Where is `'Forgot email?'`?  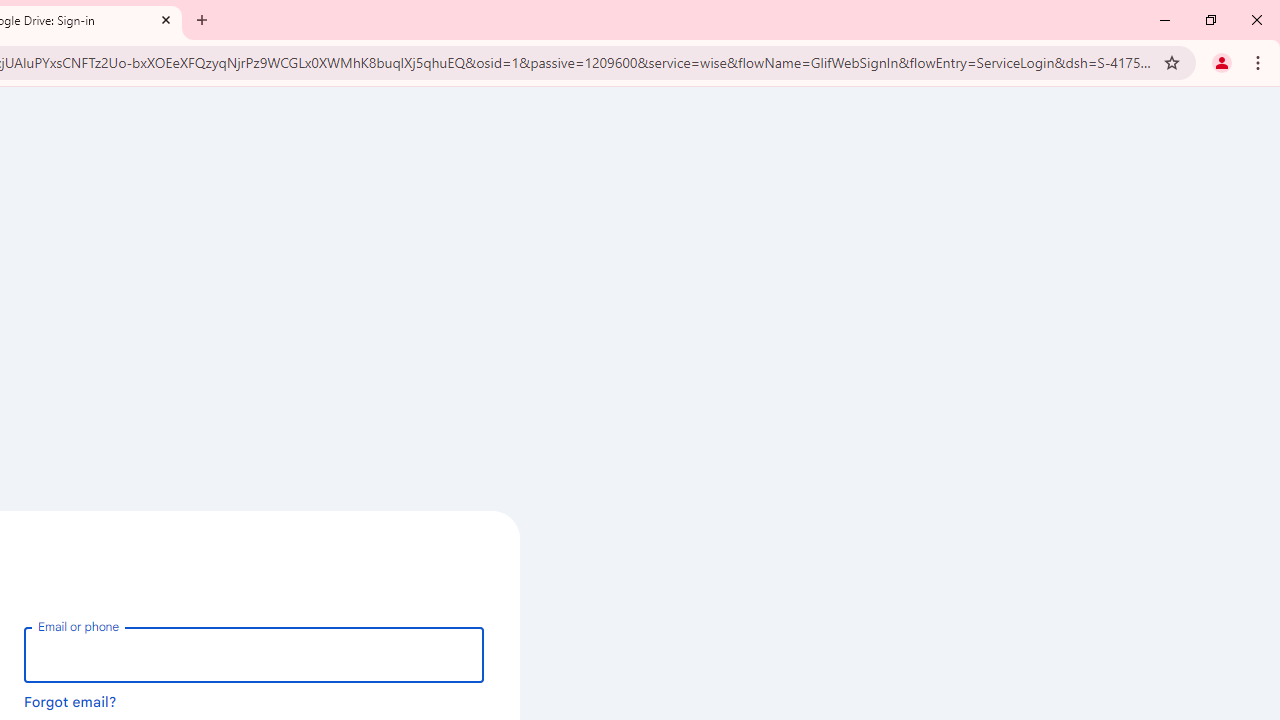
'Forgot email?' is located at coordinates (70, 700).